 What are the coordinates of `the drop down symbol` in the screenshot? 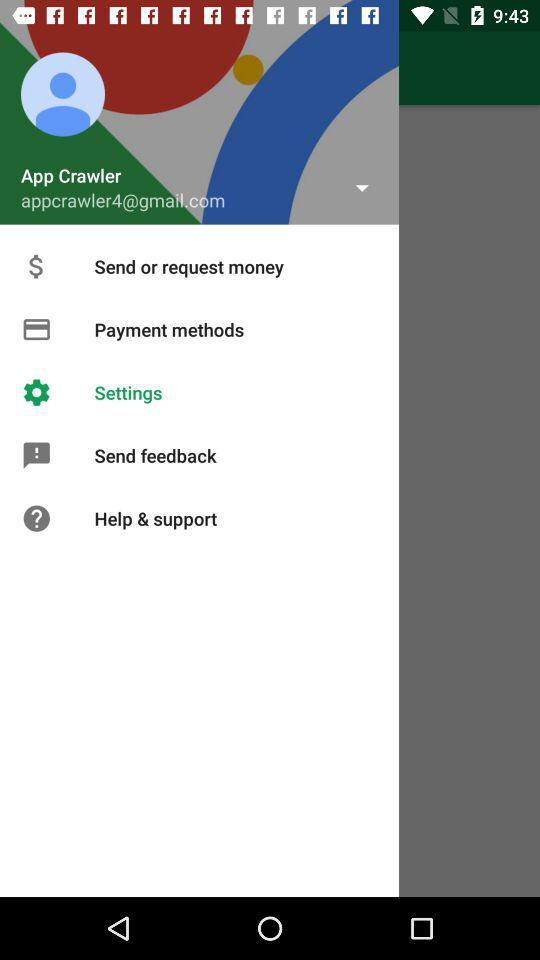 It's located at (361, 187).